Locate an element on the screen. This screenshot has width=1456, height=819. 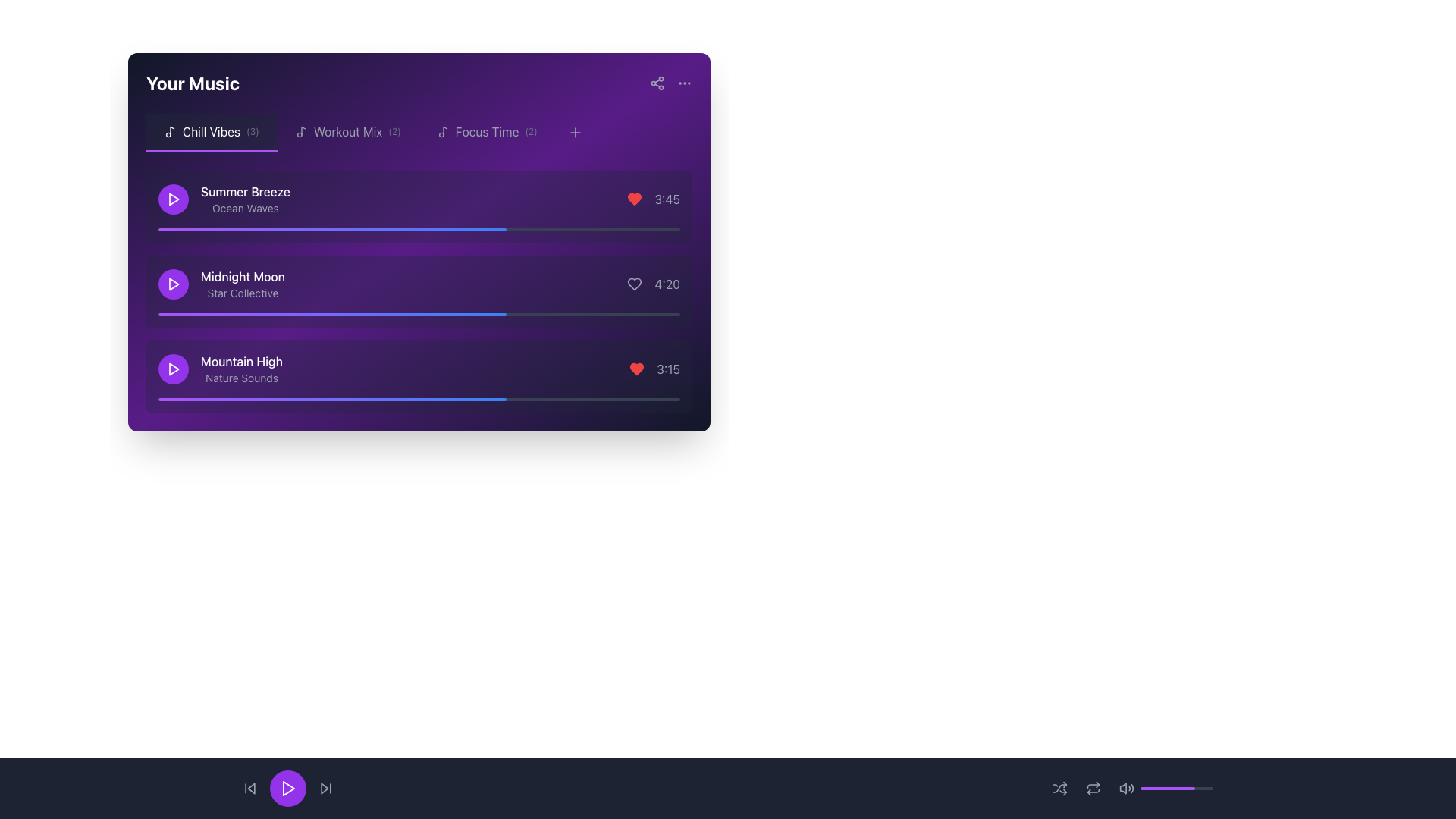
the 'Focus Time' tab label, which is the third textual item in a horizontal list at the top of the music interface is located at coordinates (487, 130).